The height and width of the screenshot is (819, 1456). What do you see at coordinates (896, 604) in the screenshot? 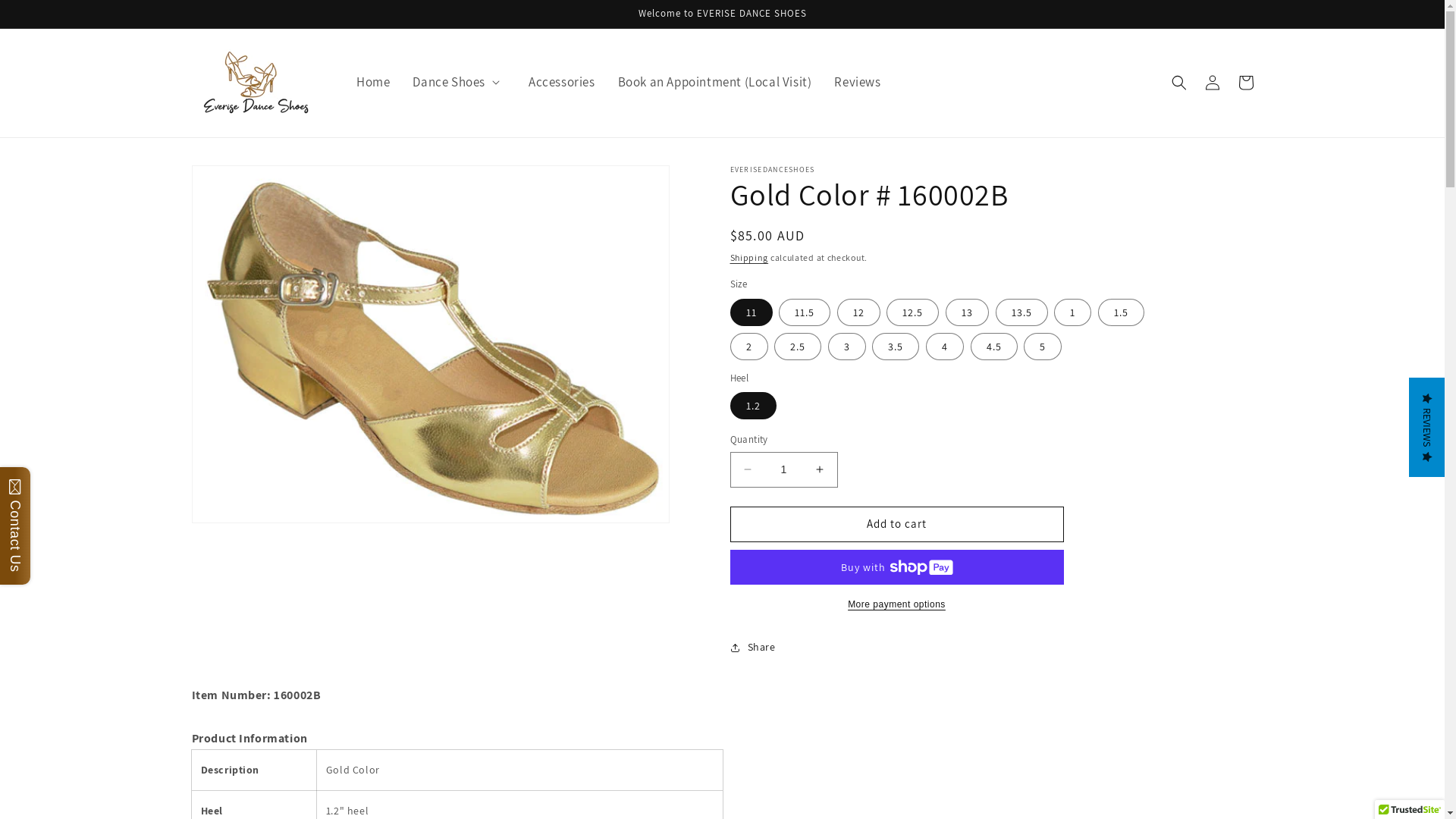
I see `'More payment options'` at bounding box center [896, 604].